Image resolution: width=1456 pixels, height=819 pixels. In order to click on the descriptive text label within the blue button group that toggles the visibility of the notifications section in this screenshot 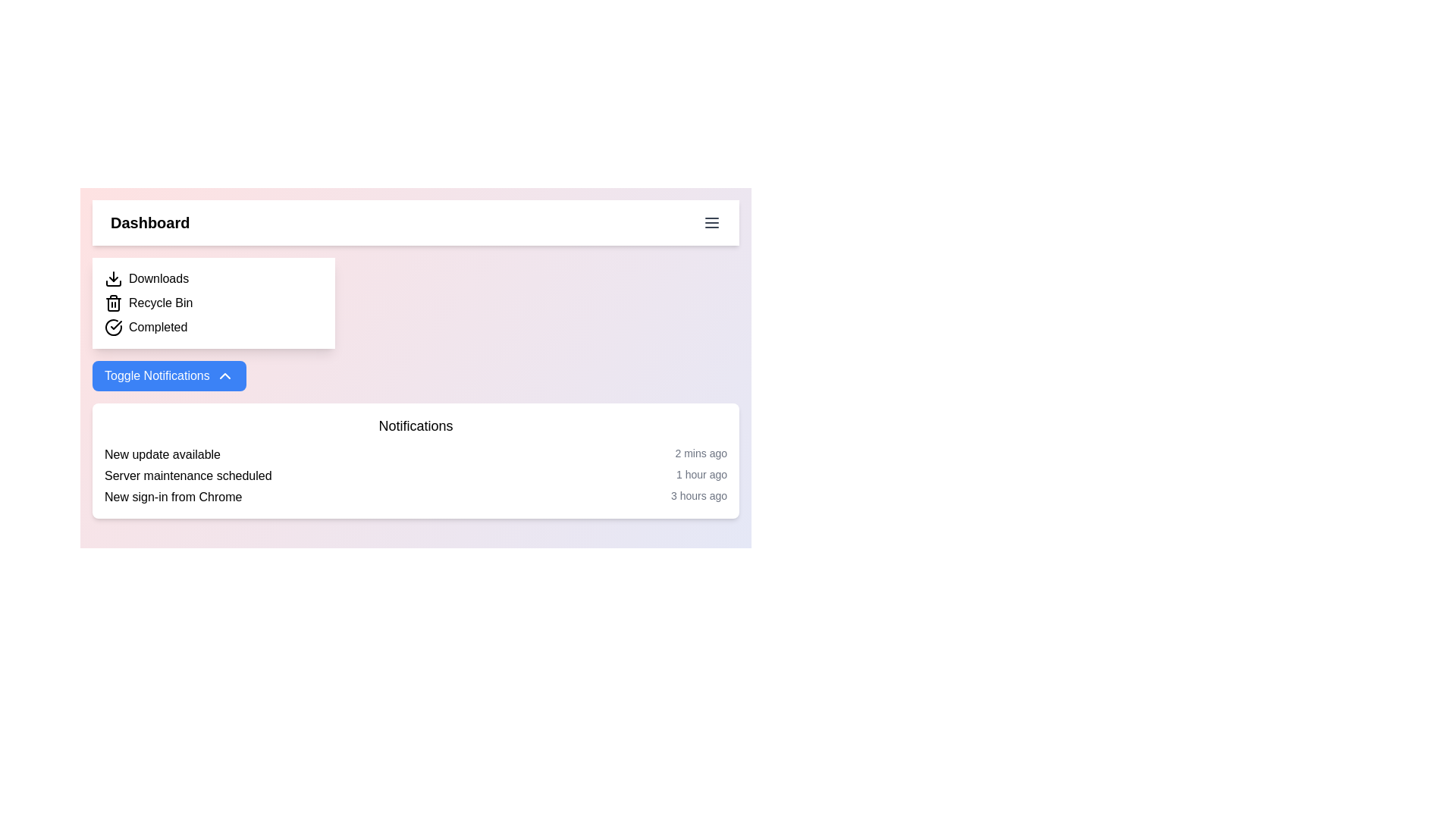, I will do `click(157, 375)`.